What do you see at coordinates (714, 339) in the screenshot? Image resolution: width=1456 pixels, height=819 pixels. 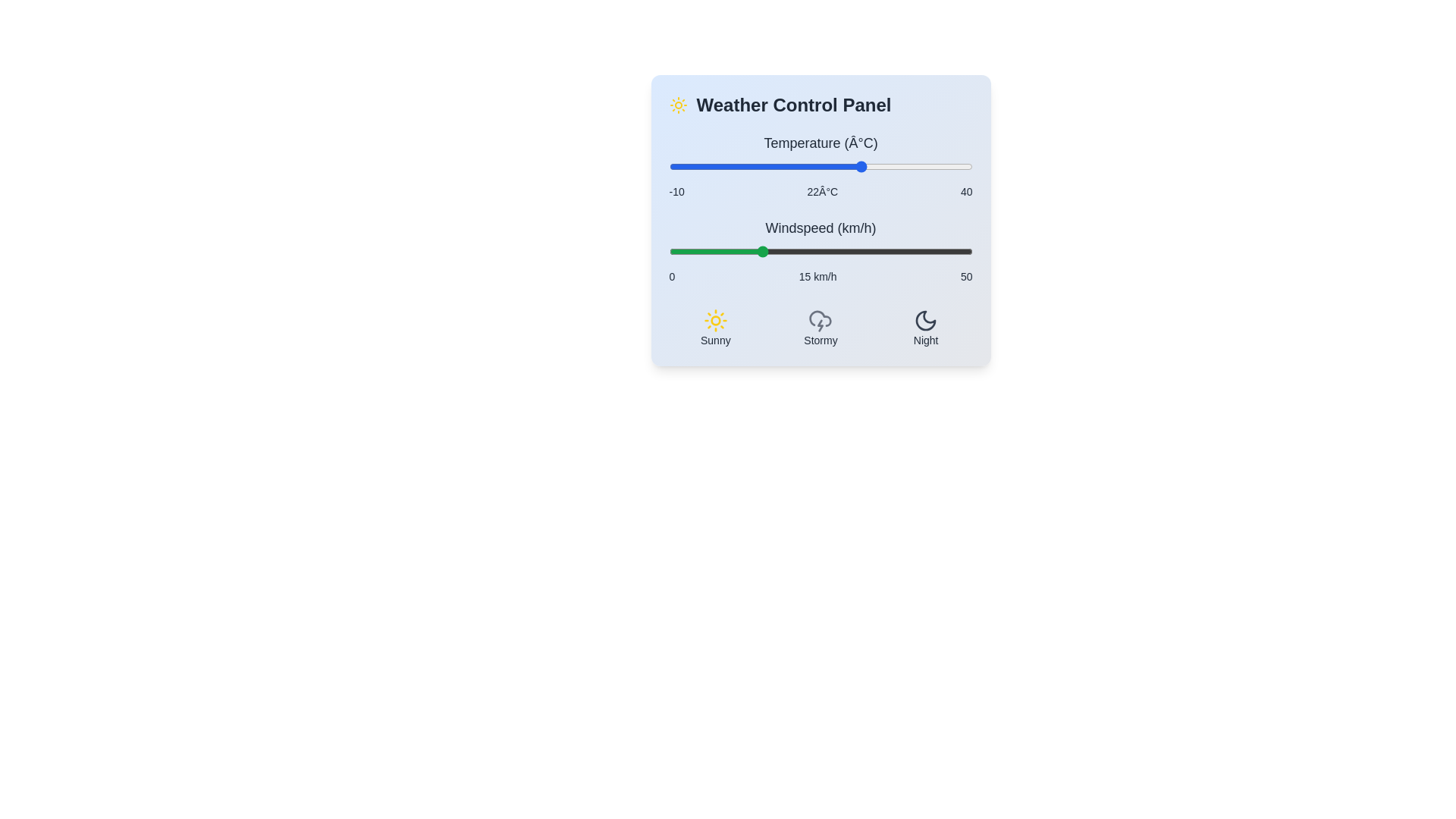 I see `the text 'Sunny' located in the 'Weather Control Panel' interface, positioned under the sun icon at the bottom left of the panel` at bounding box center [714, 339].